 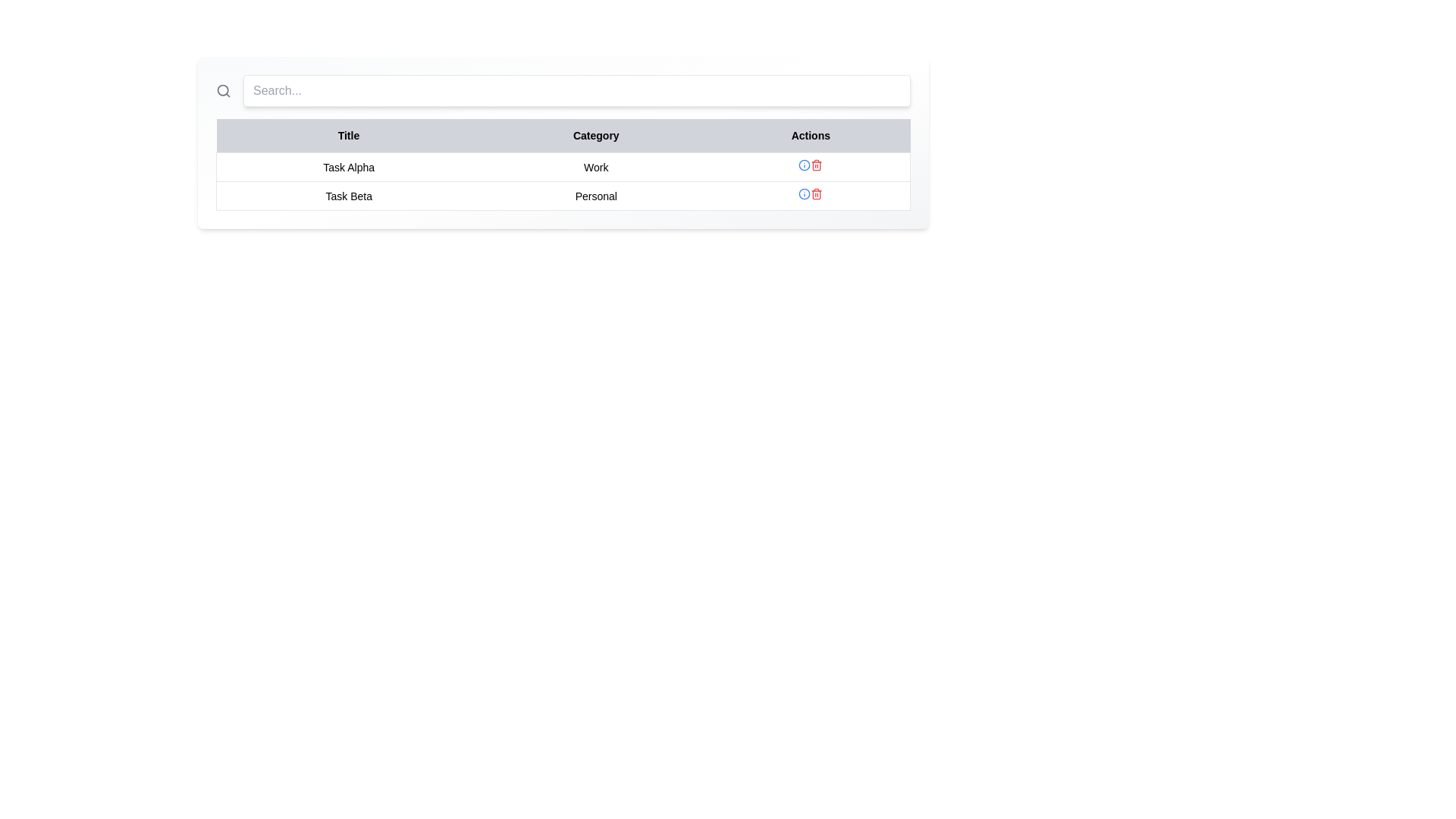 What do you see at coordinates (348, 195) in the screenshot?
I see `the text label for 'Task Beta' located under the 'Task Alpha' row in the 'Title' column of the task management interface` at bounding box center [348, 195].